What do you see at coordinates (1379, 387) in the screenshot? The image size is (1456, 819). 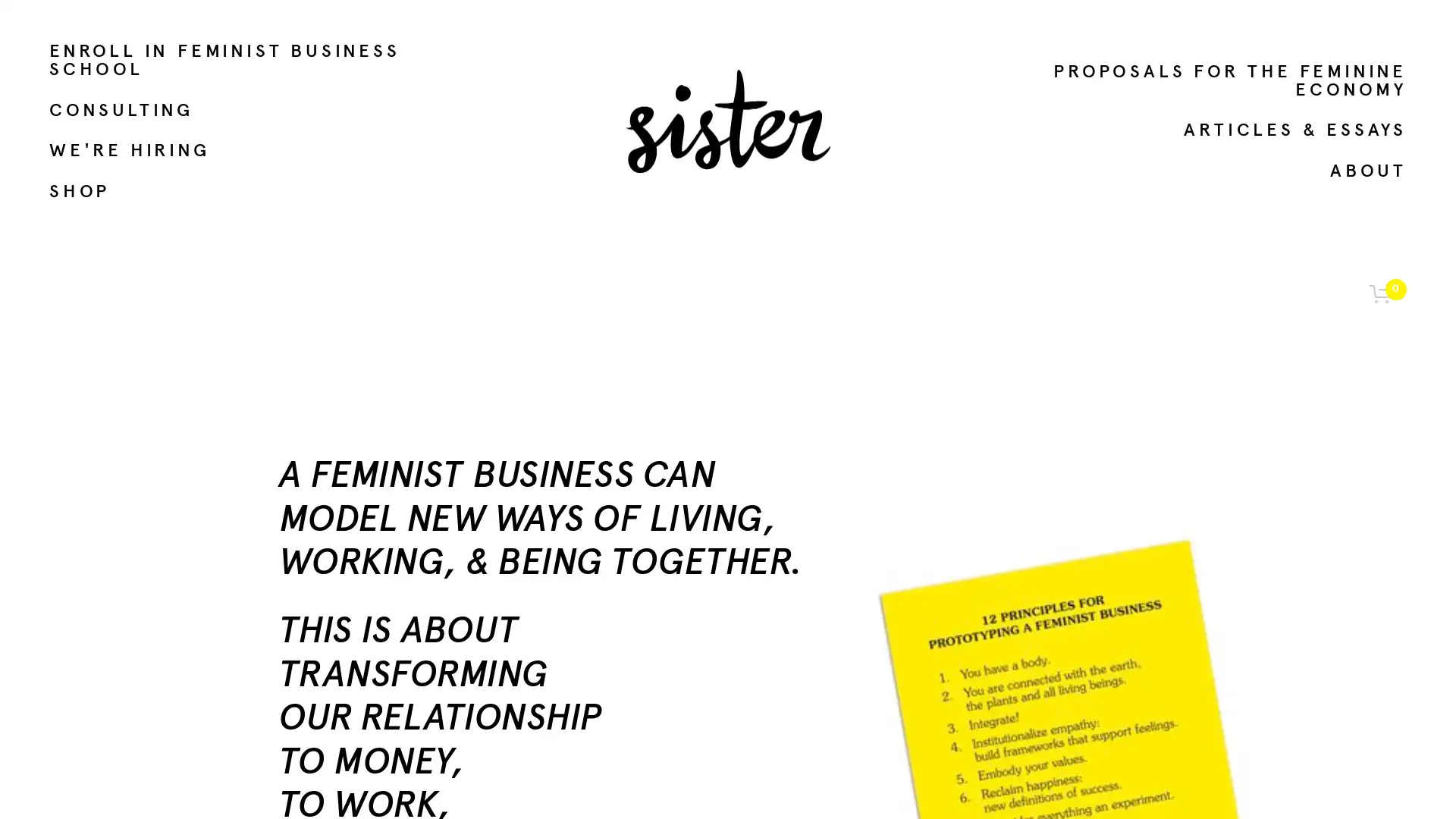 I see `Close` at bounding box center [1379, 387].